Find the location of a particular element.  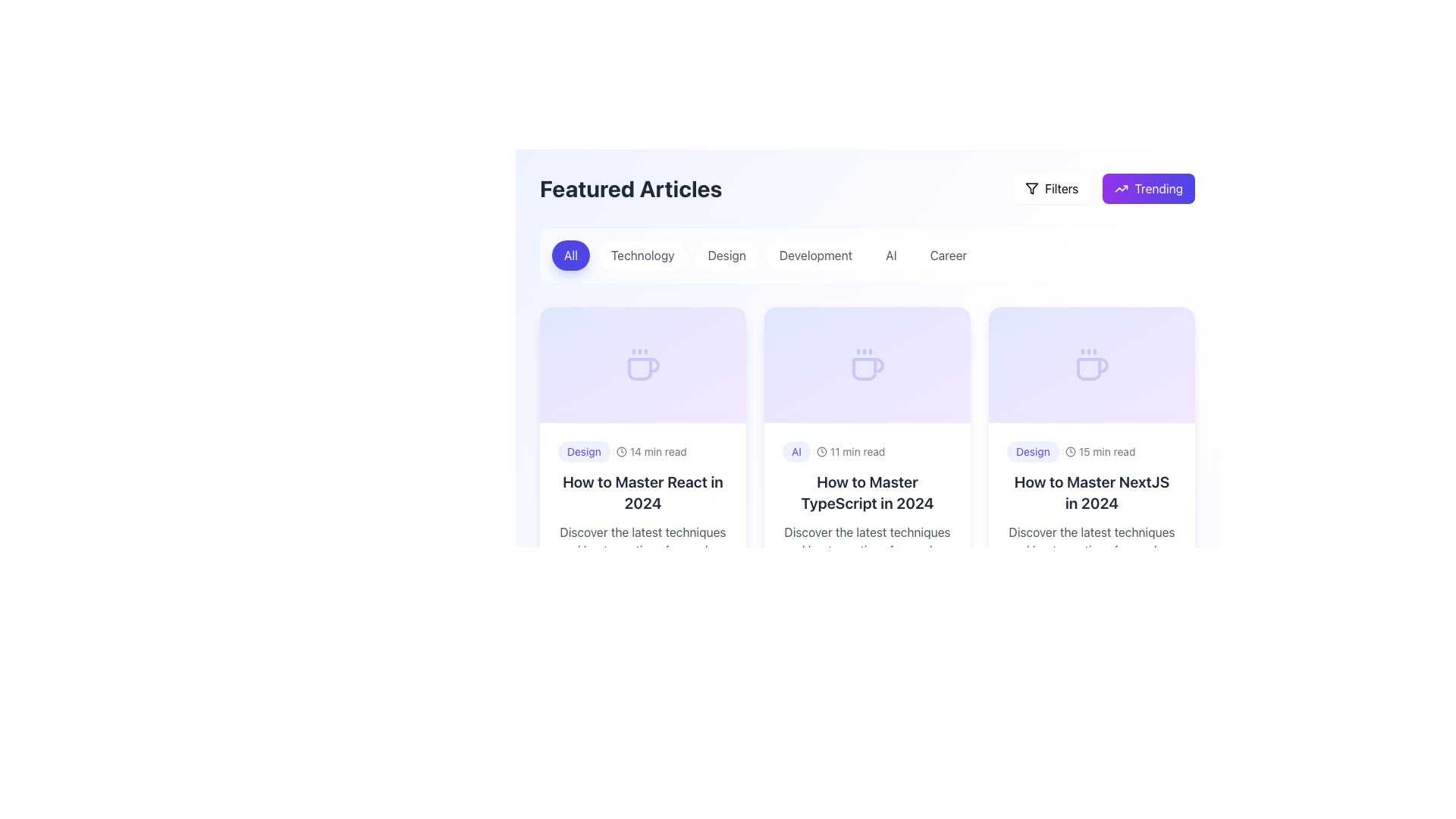

the text block displaying a preview of the article's content, which reads 'Discover the latest techniques and best practices for modern web development...' and is located under the title 'How to Master React in 2024' is located at coordinates (643, 540).